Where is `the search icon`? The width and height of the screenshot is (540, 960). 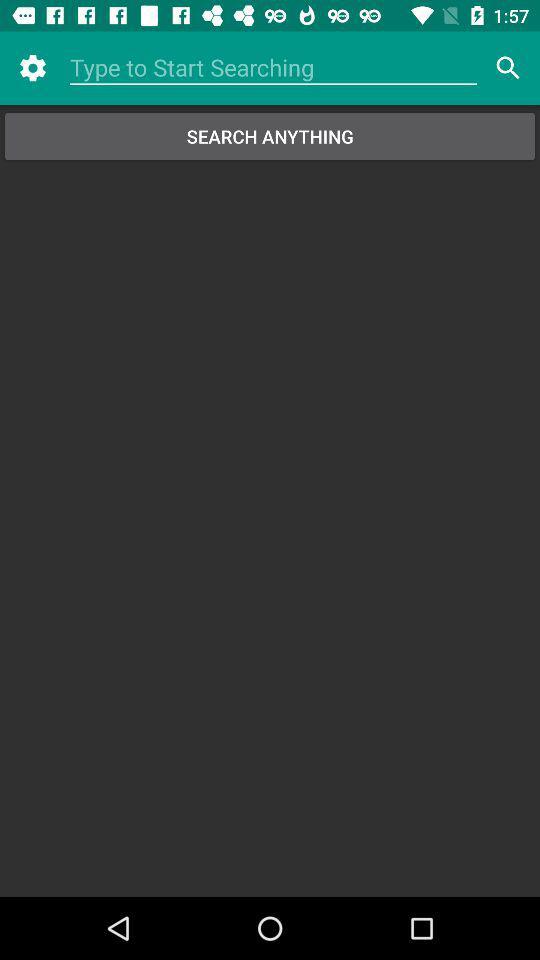
the search icon is located at coordinates (508, 68).